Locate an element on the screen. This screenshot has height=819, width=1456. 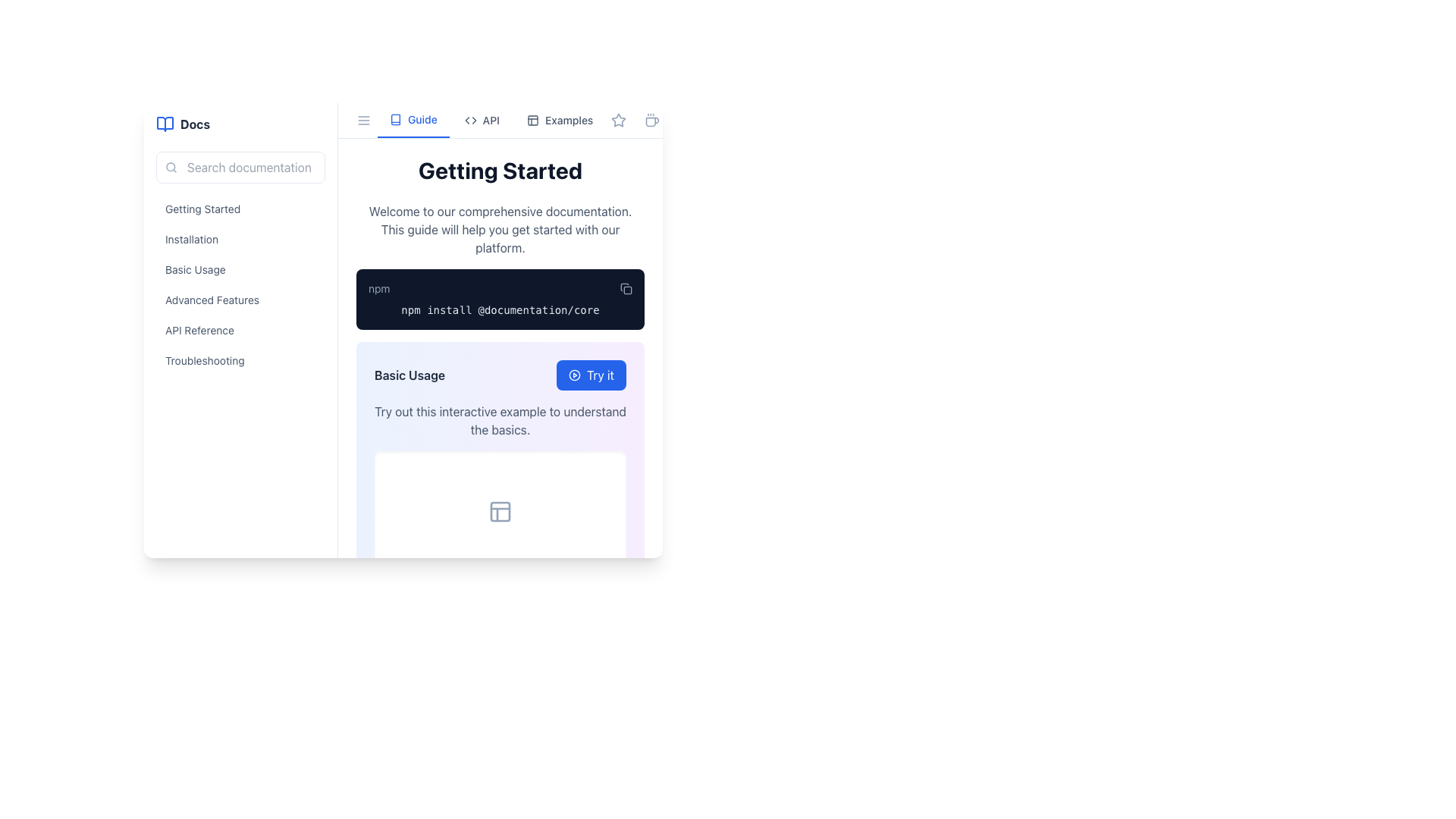
the Navigation Tab located in the top-left corner of the central interface section is located at coordinates (413, 119).